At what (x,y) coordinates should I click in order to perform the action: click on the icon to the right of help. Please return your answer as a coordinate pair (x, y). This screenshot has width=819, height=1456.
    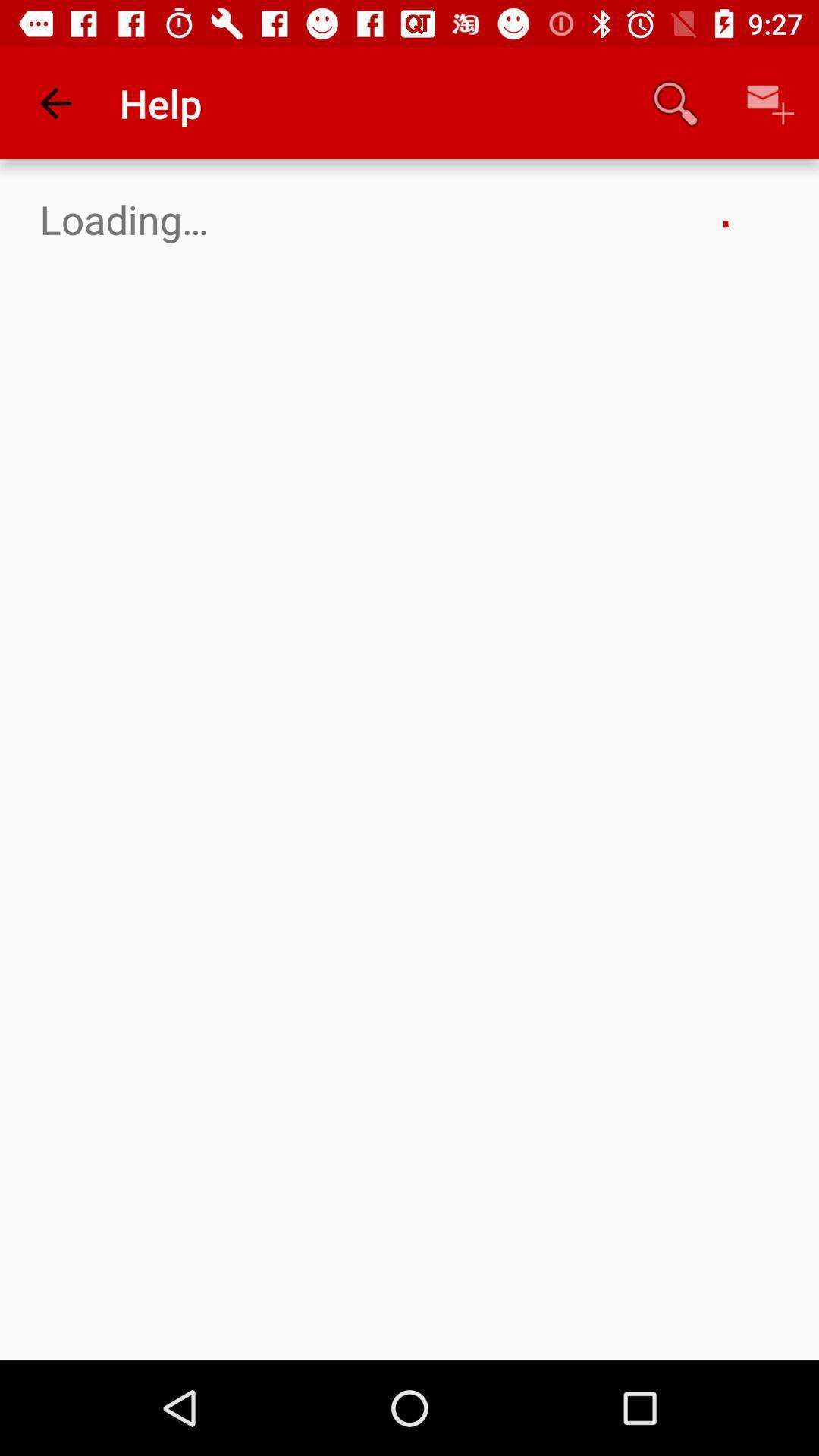
    Looking at the image, I should click on (675, 102).